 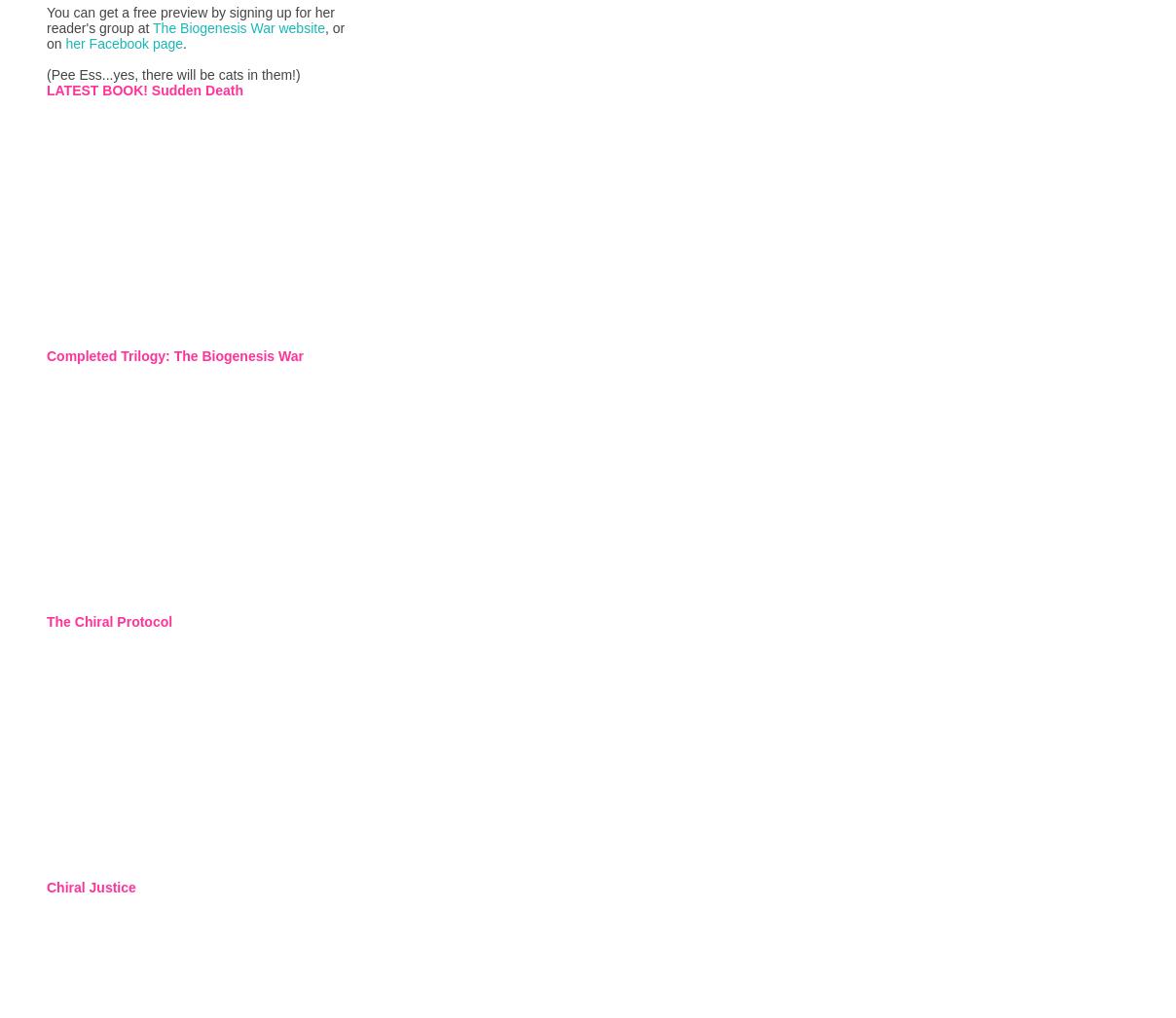 What do you see at coordinates (185, 42) in the screenshot?
I see `'.'` at bounding box center [185, 42].